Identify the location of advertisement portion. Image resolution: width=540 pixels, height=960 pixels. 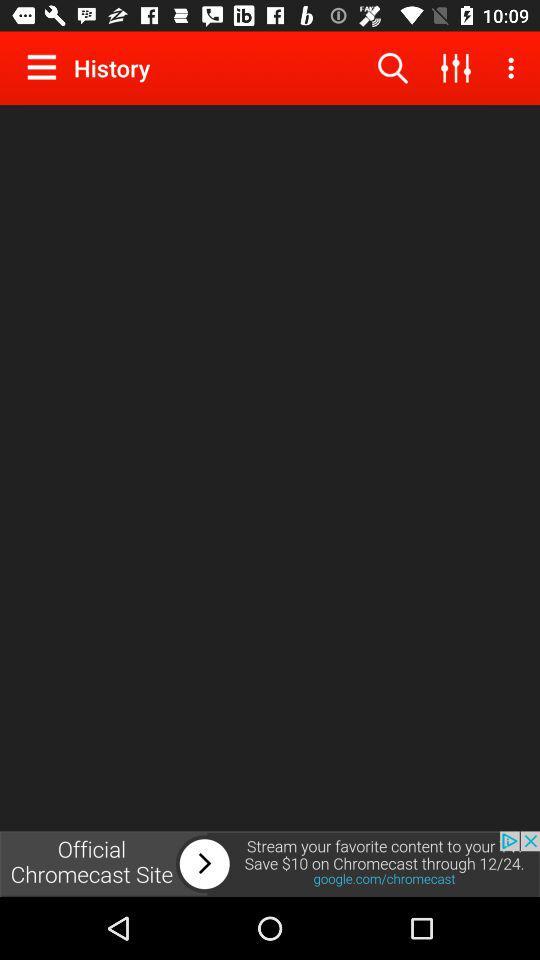
(270, 863).